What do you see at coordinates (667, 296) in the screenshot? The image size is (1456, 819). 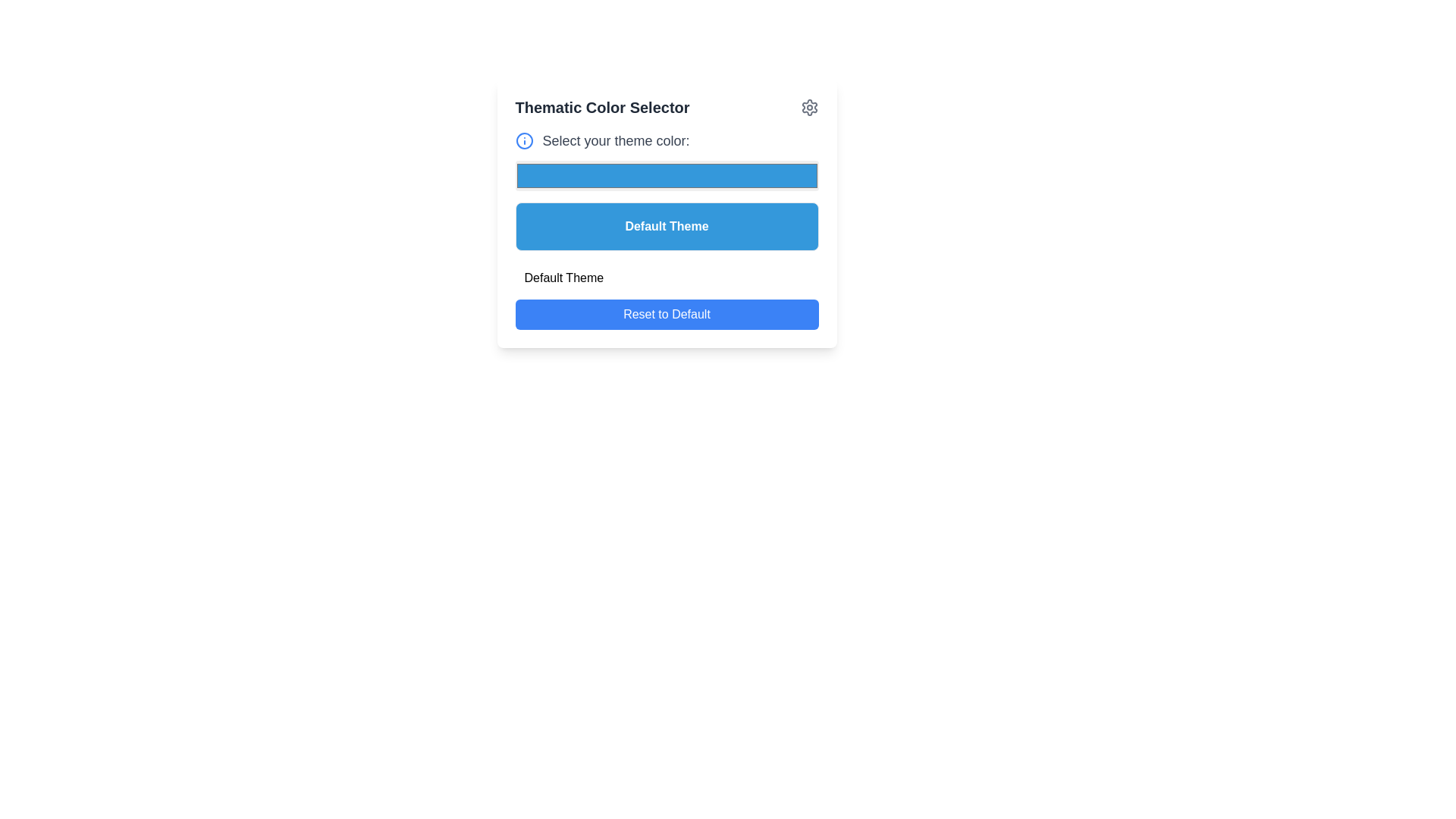 I see `the reset button located below the 'Default Theme' element to reset the settings to their default values` at bounding box center [667, 296].